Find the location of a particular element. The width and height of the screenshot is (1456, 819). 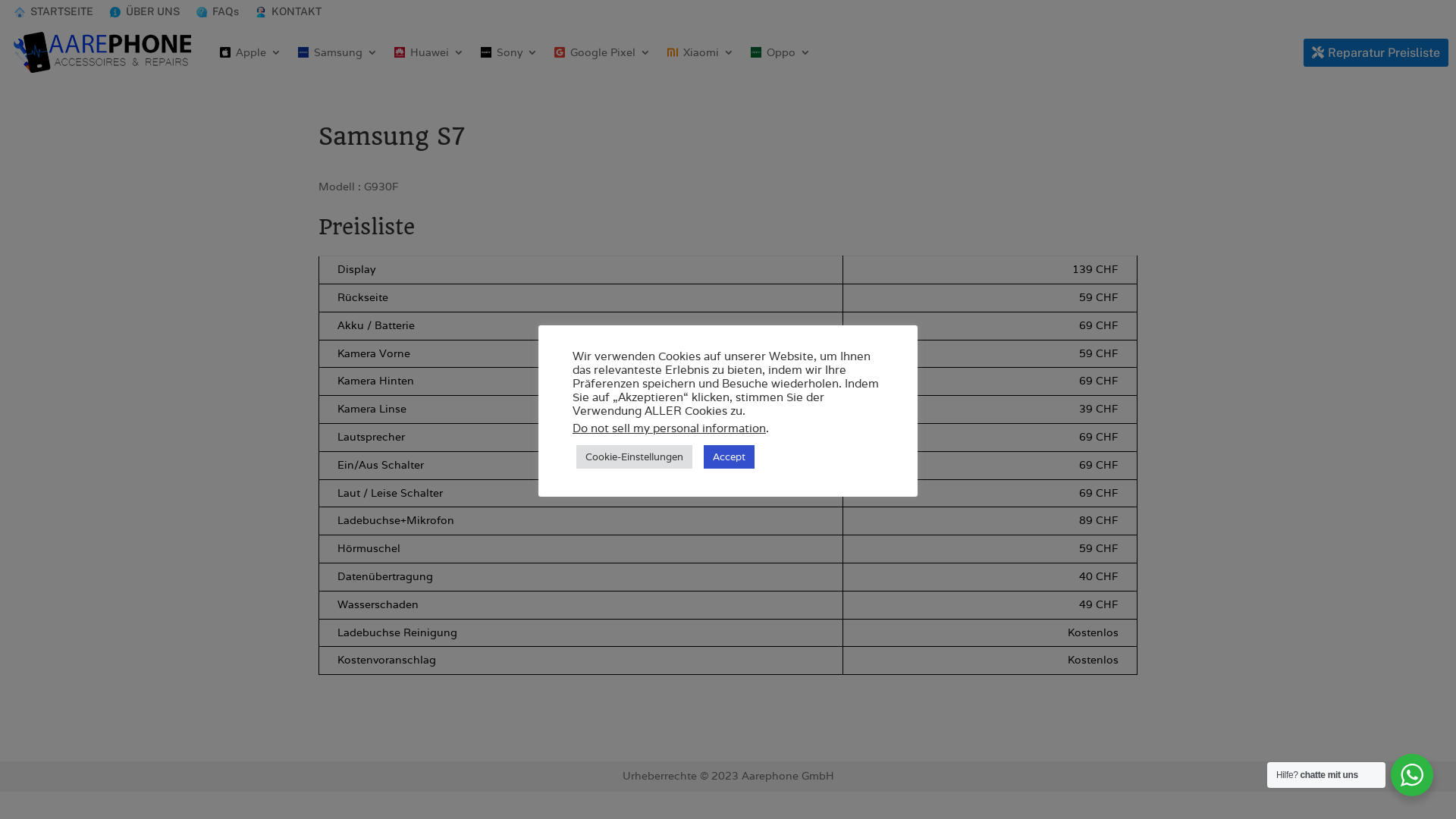

'Cookie-Einstellungen' is located at coordinates (634, 456).